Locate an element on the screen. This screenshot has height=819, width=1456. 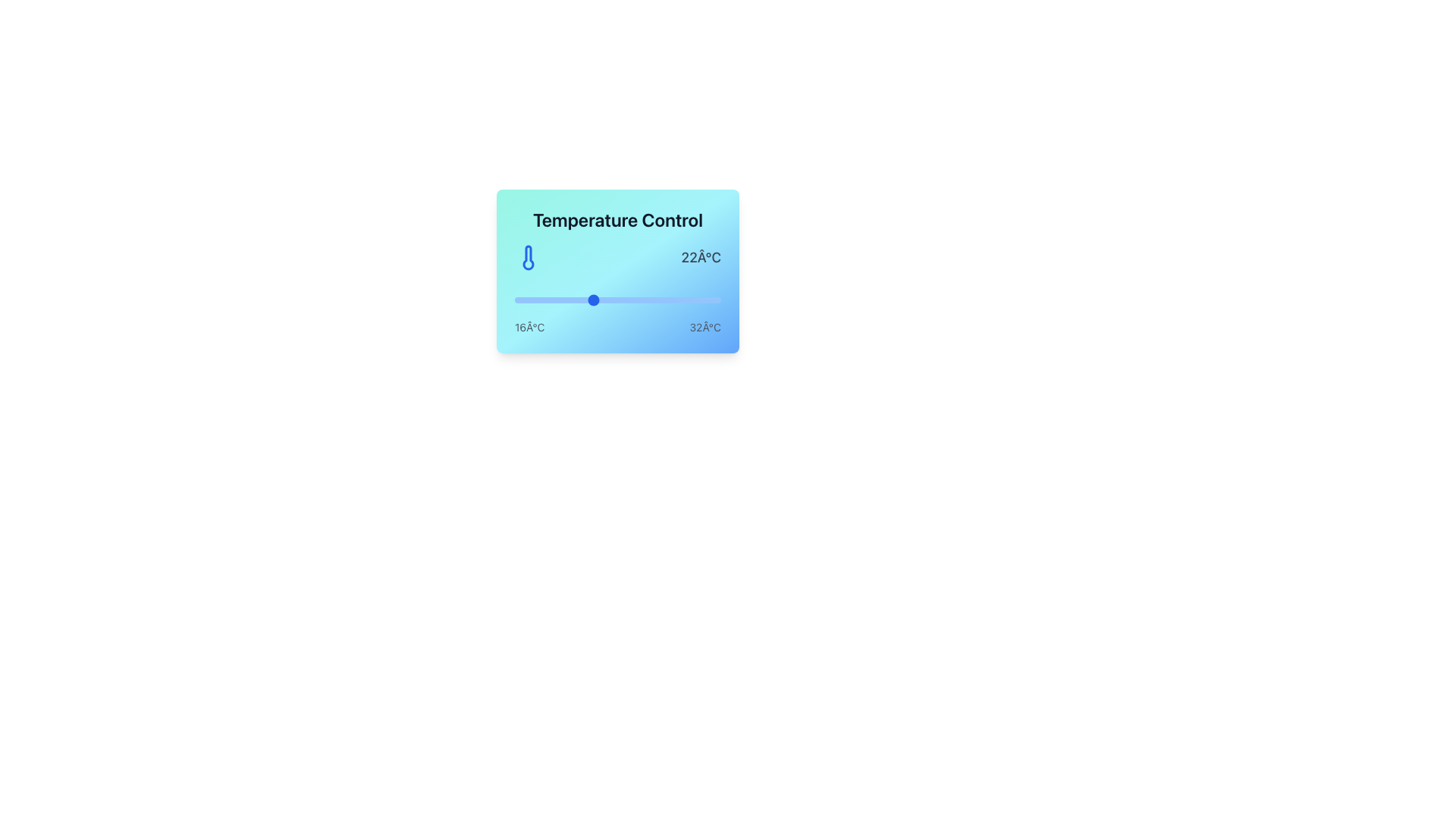
the thermometer icon within the 'Temperature Control' card, which serves as an indicator of temperature is located at coordinates (528, 256).